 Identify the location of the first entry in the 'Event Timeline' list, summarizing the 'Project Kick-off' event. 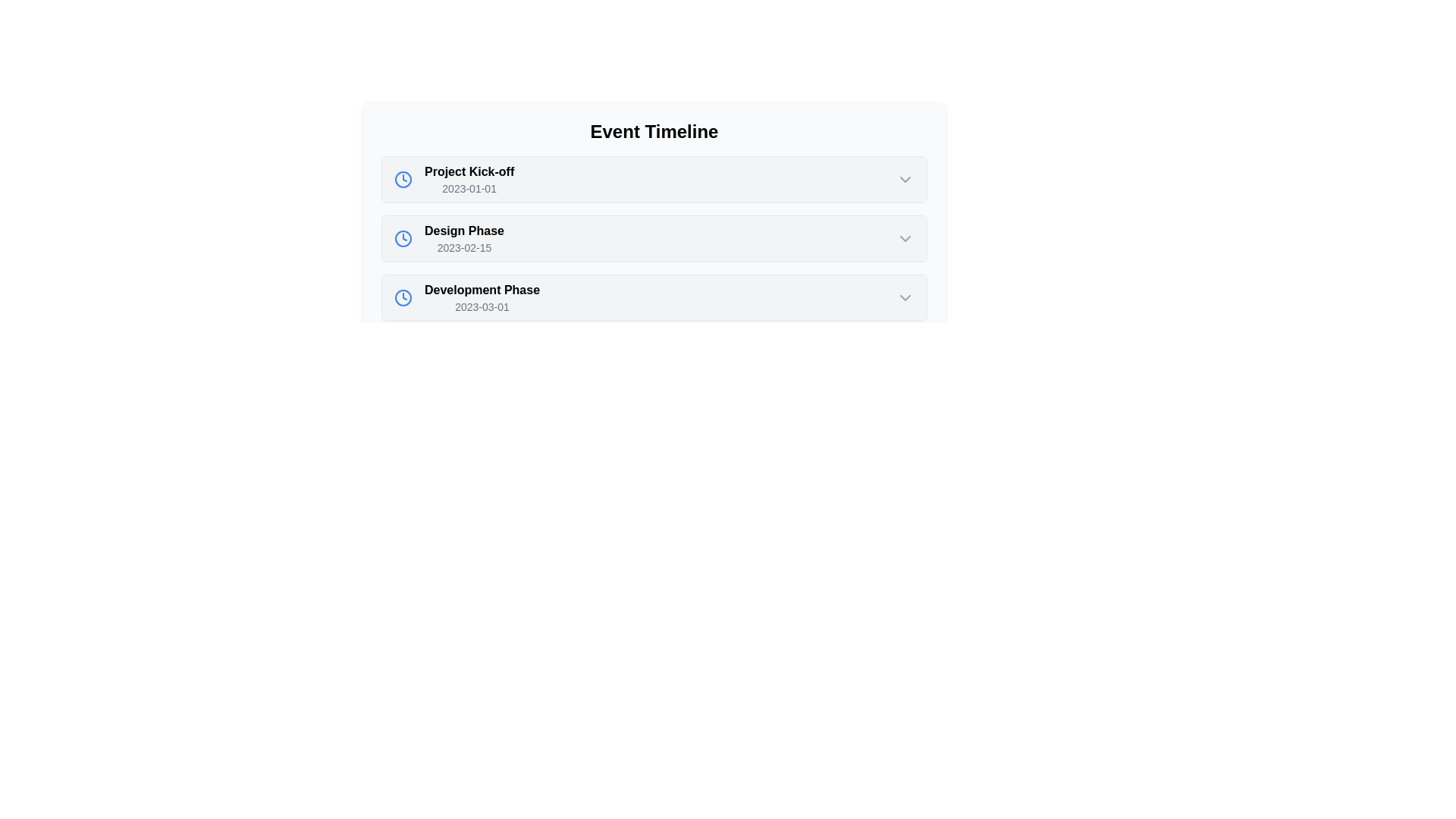
(654, 178).